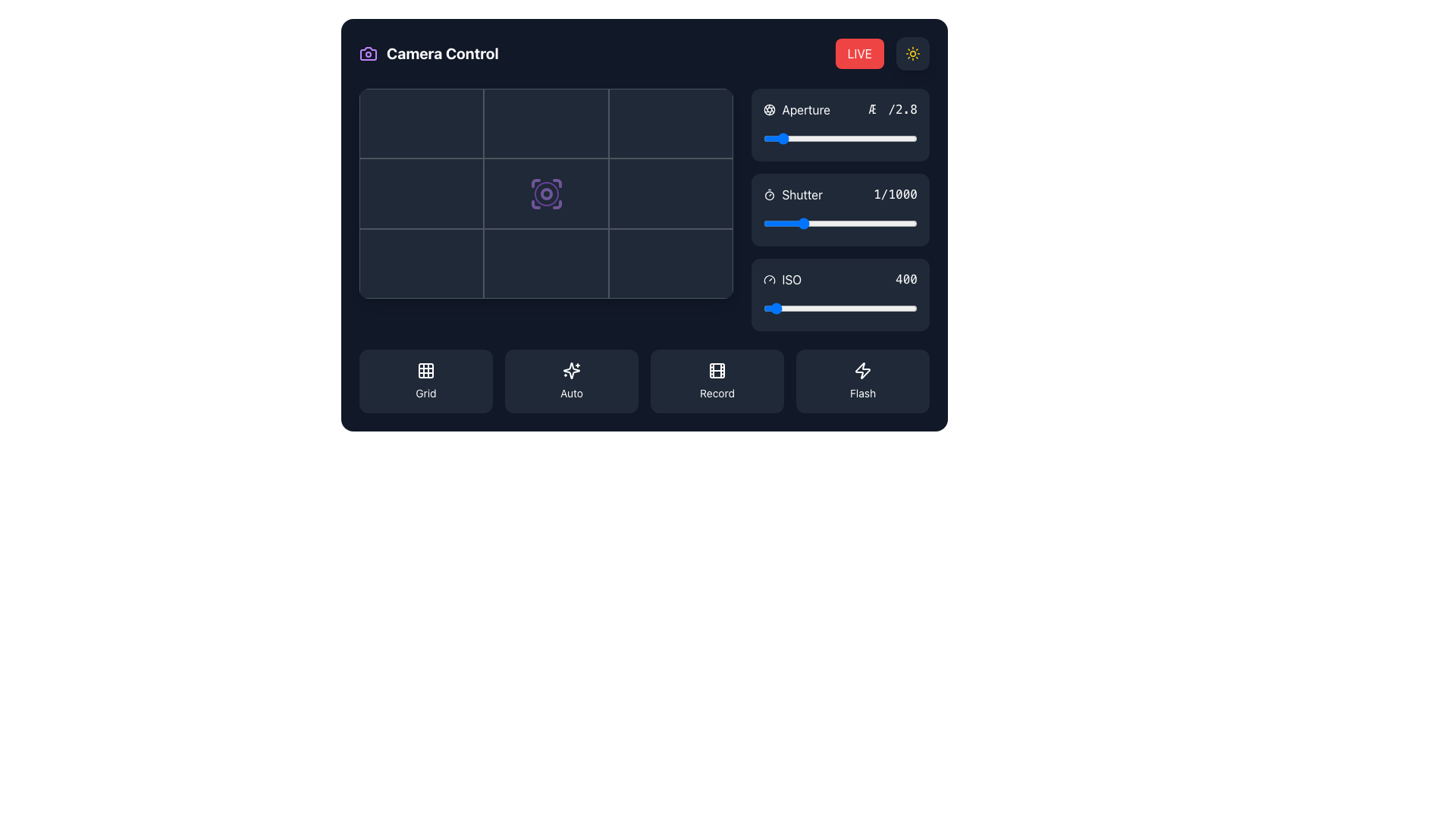  Describe the element at coordinates (425, 393) in the screenshot. I see `the 'Grid' text label displayed in a small-sized font with light text color against a dark background` at that location.